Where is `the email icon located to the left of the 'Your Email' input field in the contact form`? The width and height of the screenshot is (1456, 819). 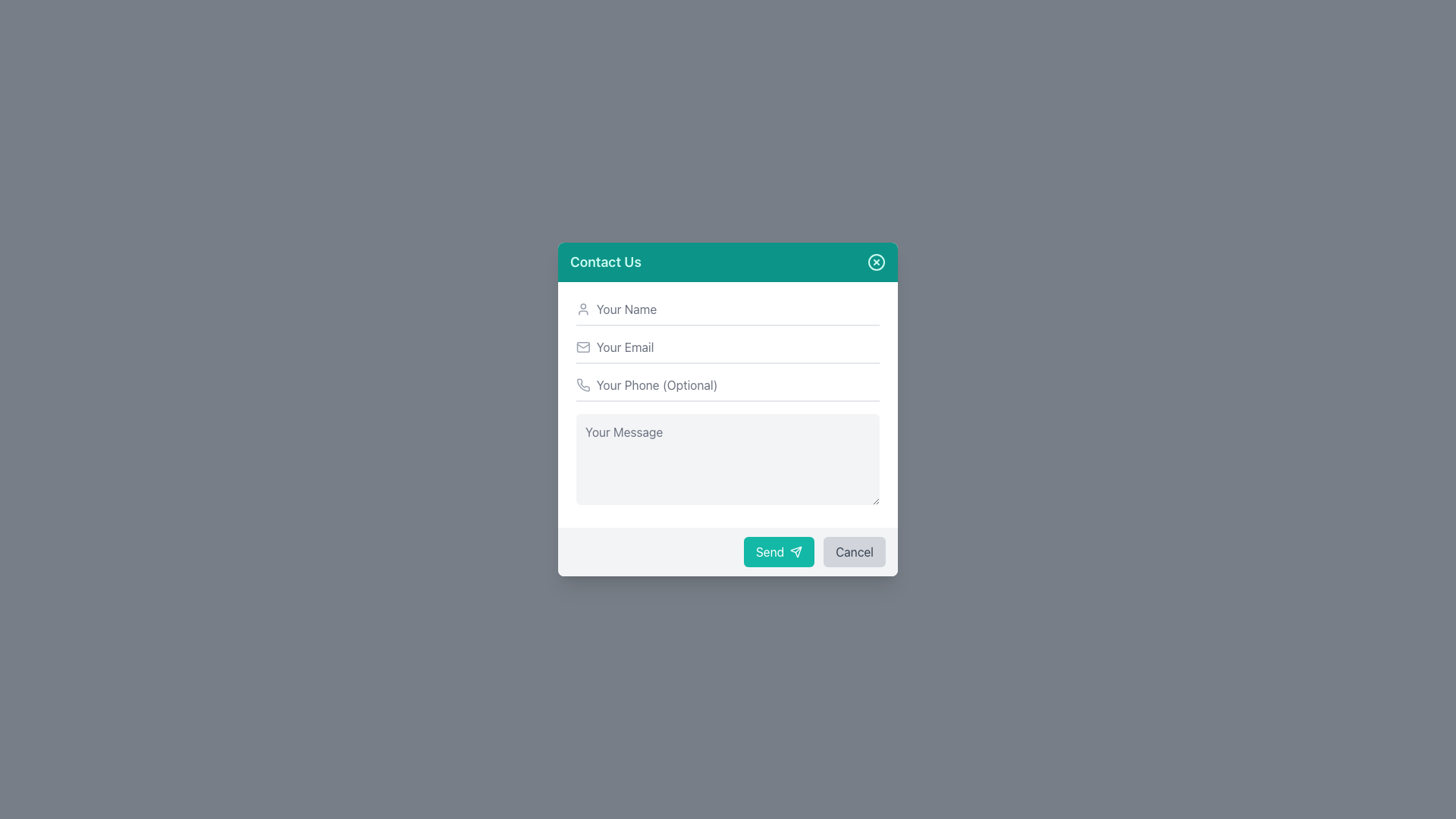
the email icon located to the left of the 'Your Email' input field in the contact form is located at coordinates (582, 347).